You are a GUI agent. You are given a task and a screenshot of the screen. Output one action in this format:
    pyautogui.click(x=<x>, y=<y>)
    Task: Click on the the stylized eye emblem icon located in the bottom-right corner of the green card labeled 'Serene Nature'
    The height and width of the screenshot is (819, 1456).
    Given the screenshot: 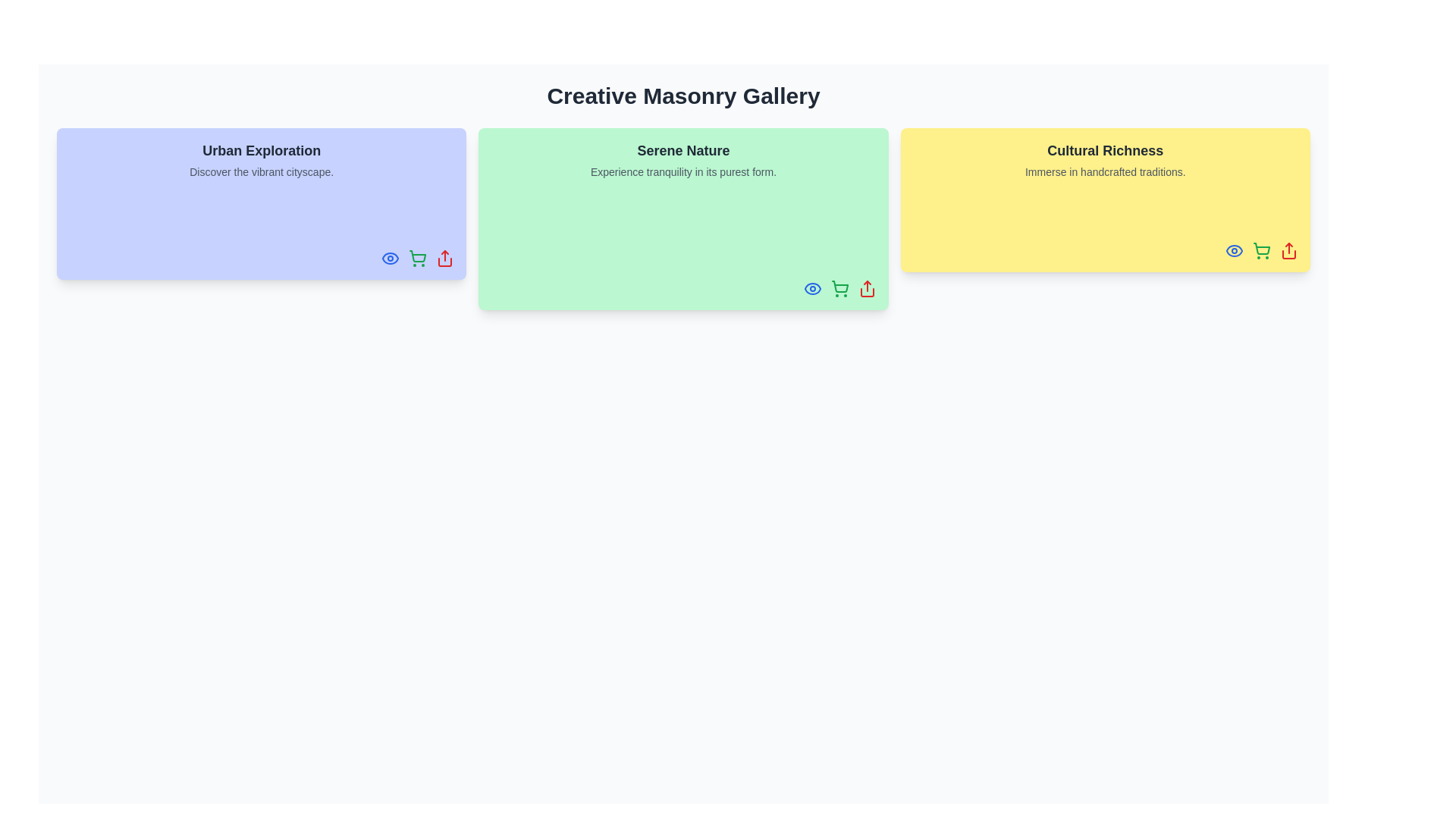 What is the action you would take?
    pyautogui.click(x=391, y=257)
    